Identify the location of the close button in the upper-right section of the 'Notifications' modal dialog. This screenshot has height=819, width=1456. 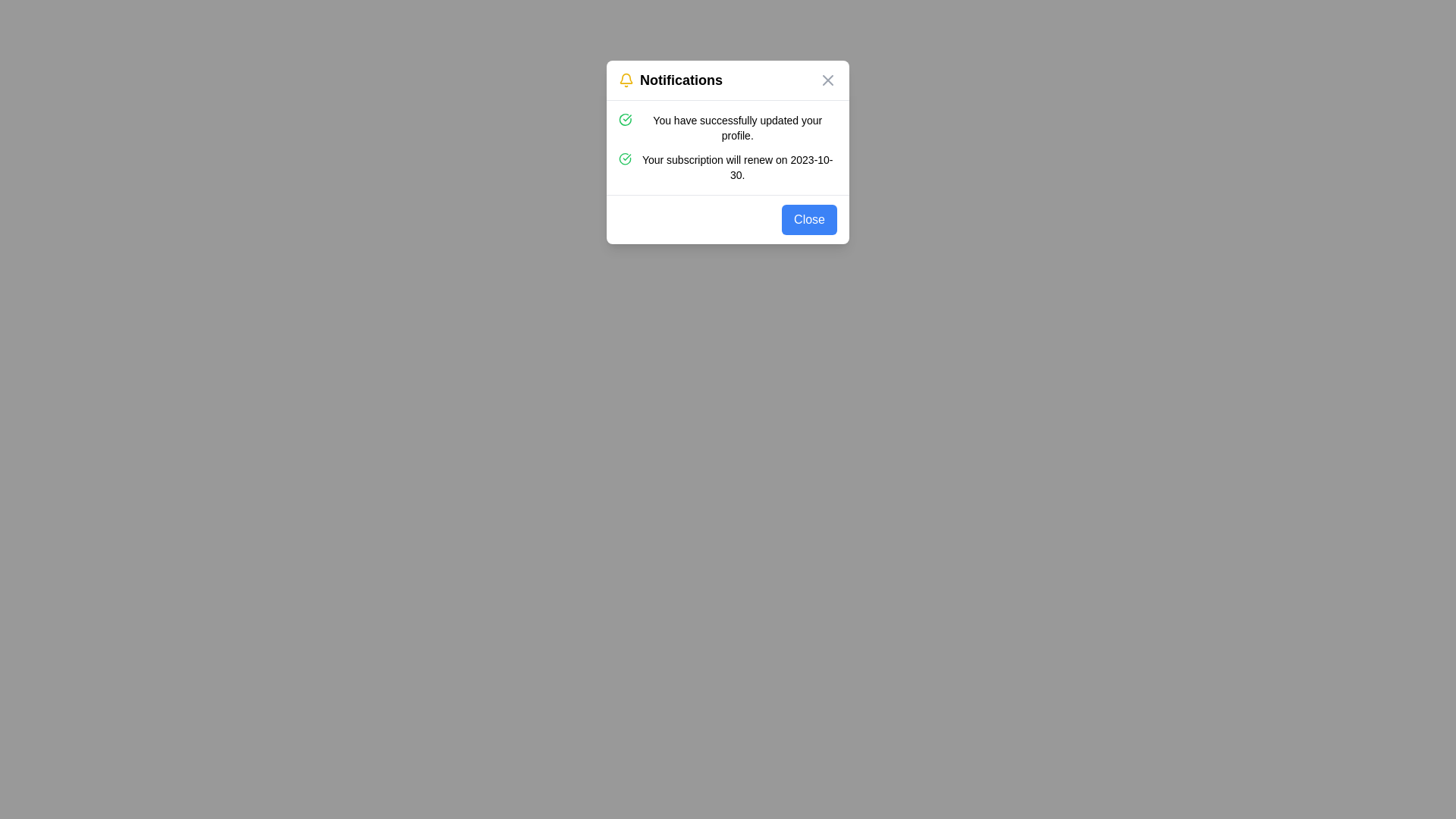
(827, 80).